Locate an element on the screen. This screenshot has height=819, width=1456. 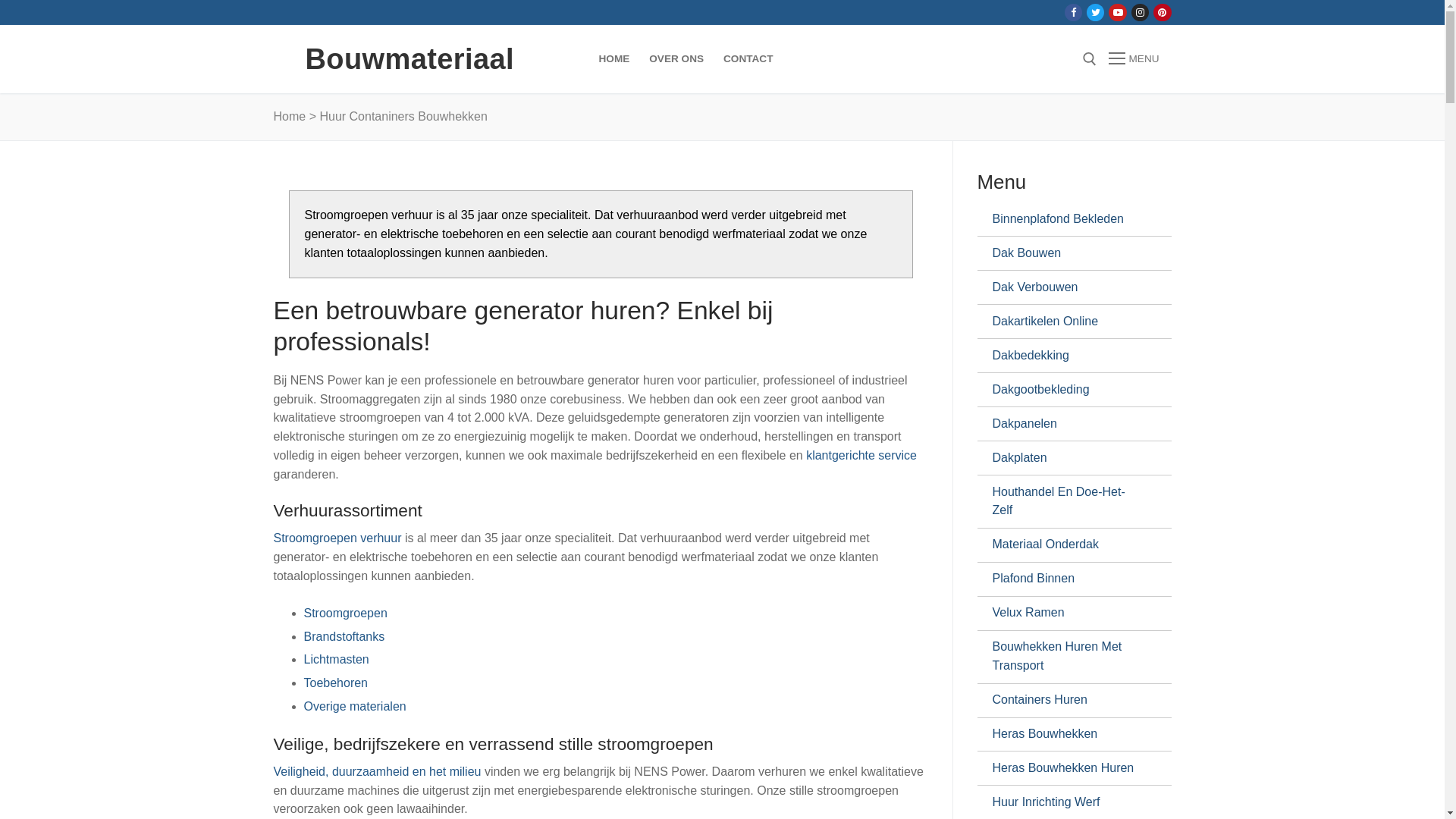
'Overige materialen' is located at coordinates (353, 706).